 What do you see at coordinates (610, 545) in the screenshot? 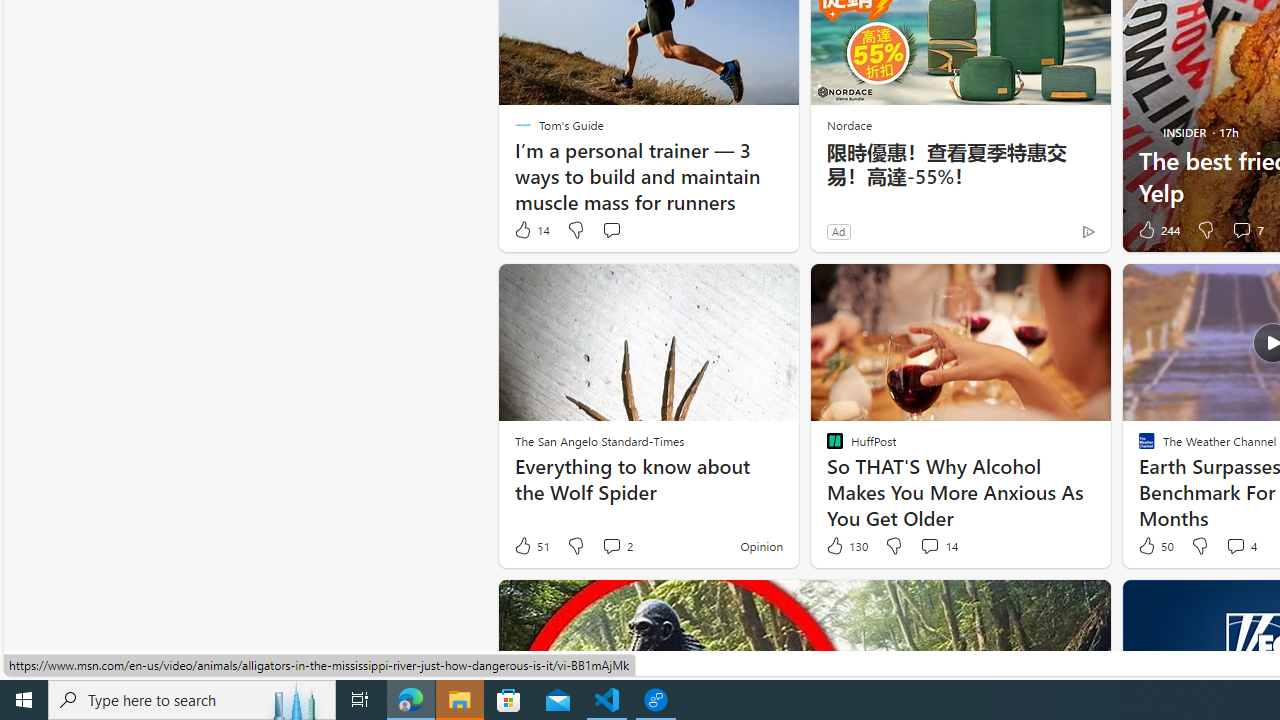
I see `'View comments 2 Comment'` at bounding box center [610, 545].